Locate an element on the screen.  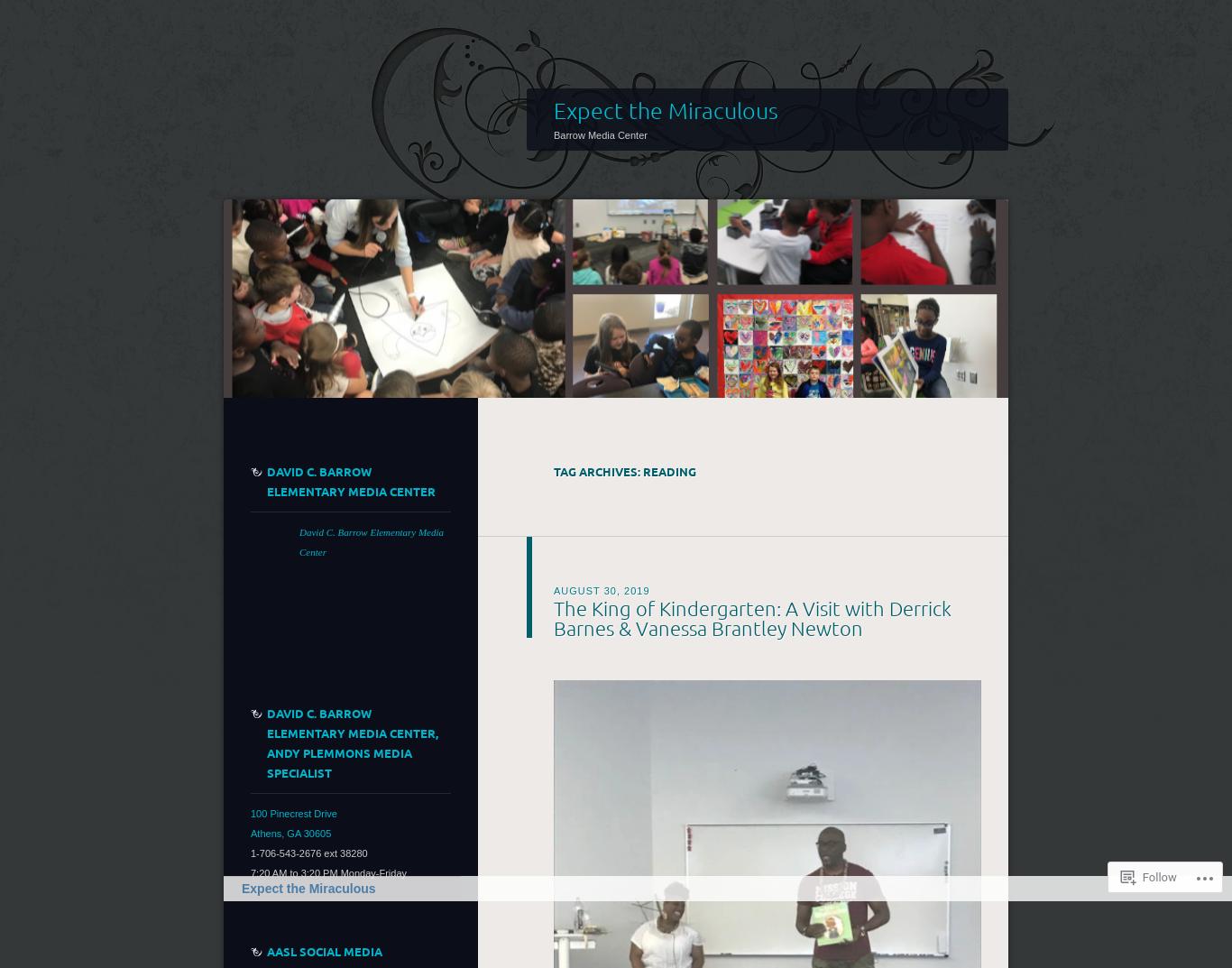
'David C. Barrow Elementary Media Center, Andy Plemmons Media Specialist' is located at coordinates (267, 742).